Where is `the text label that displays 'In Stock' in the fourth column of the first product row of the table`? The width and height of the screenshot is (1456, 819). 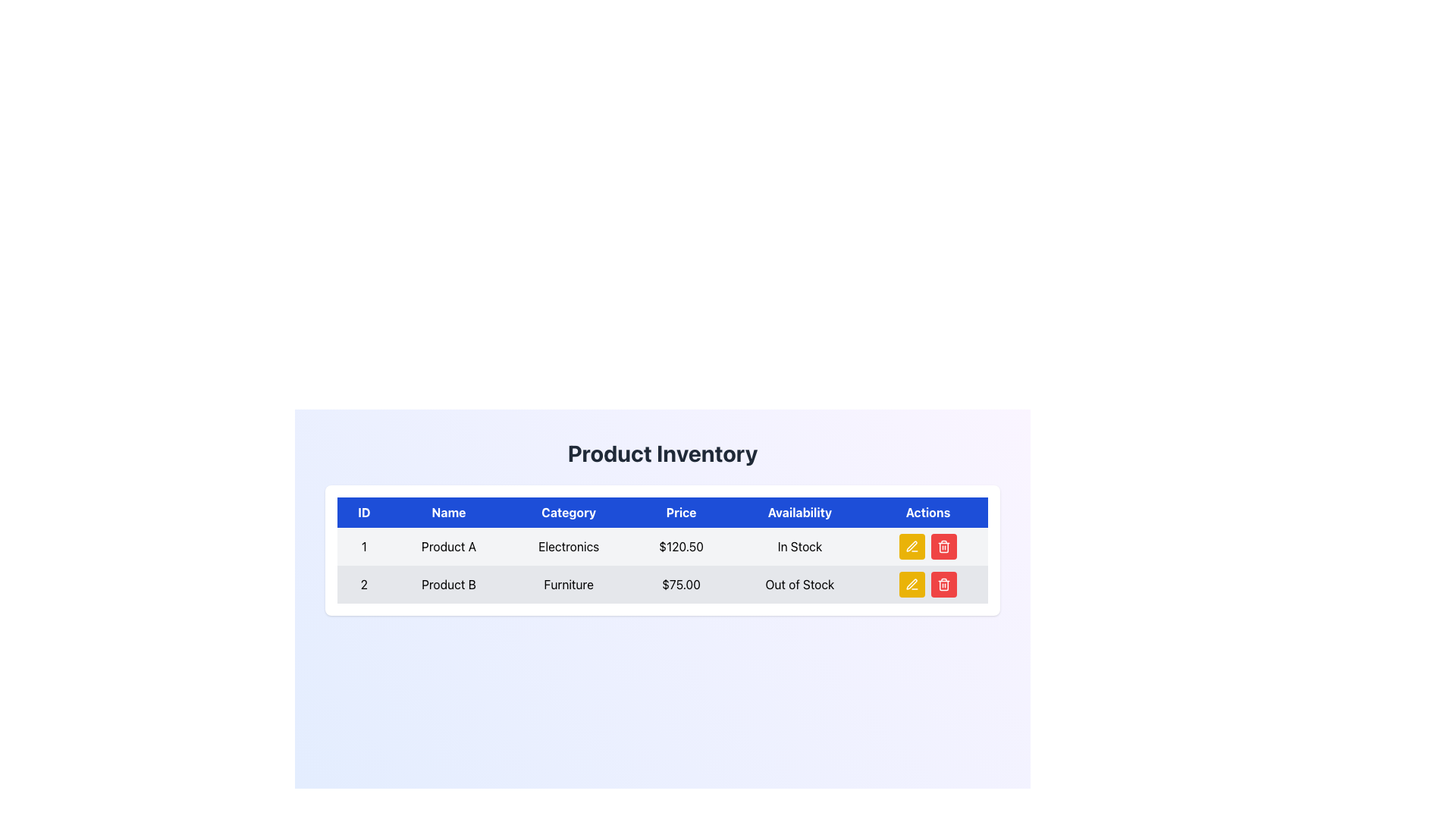
the text label that displays 'In Stock' in the fourth column of the first product row of the table is located at coordinates (799, 547).